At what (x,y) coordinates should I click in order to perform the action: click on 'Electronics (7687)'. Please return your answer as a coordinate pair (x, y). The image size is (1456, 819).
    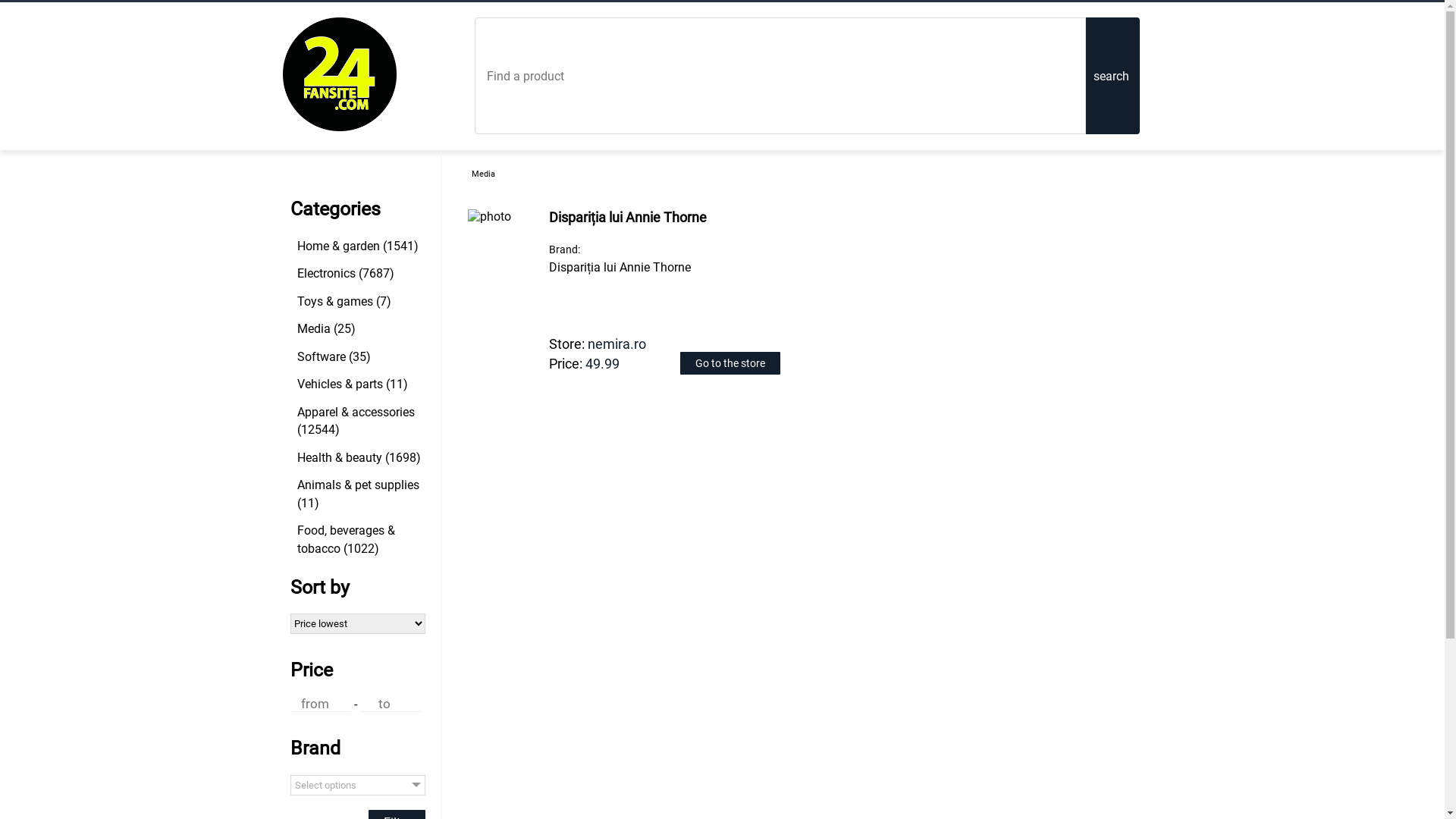
    Looking at the image, I should click on (294, 273).